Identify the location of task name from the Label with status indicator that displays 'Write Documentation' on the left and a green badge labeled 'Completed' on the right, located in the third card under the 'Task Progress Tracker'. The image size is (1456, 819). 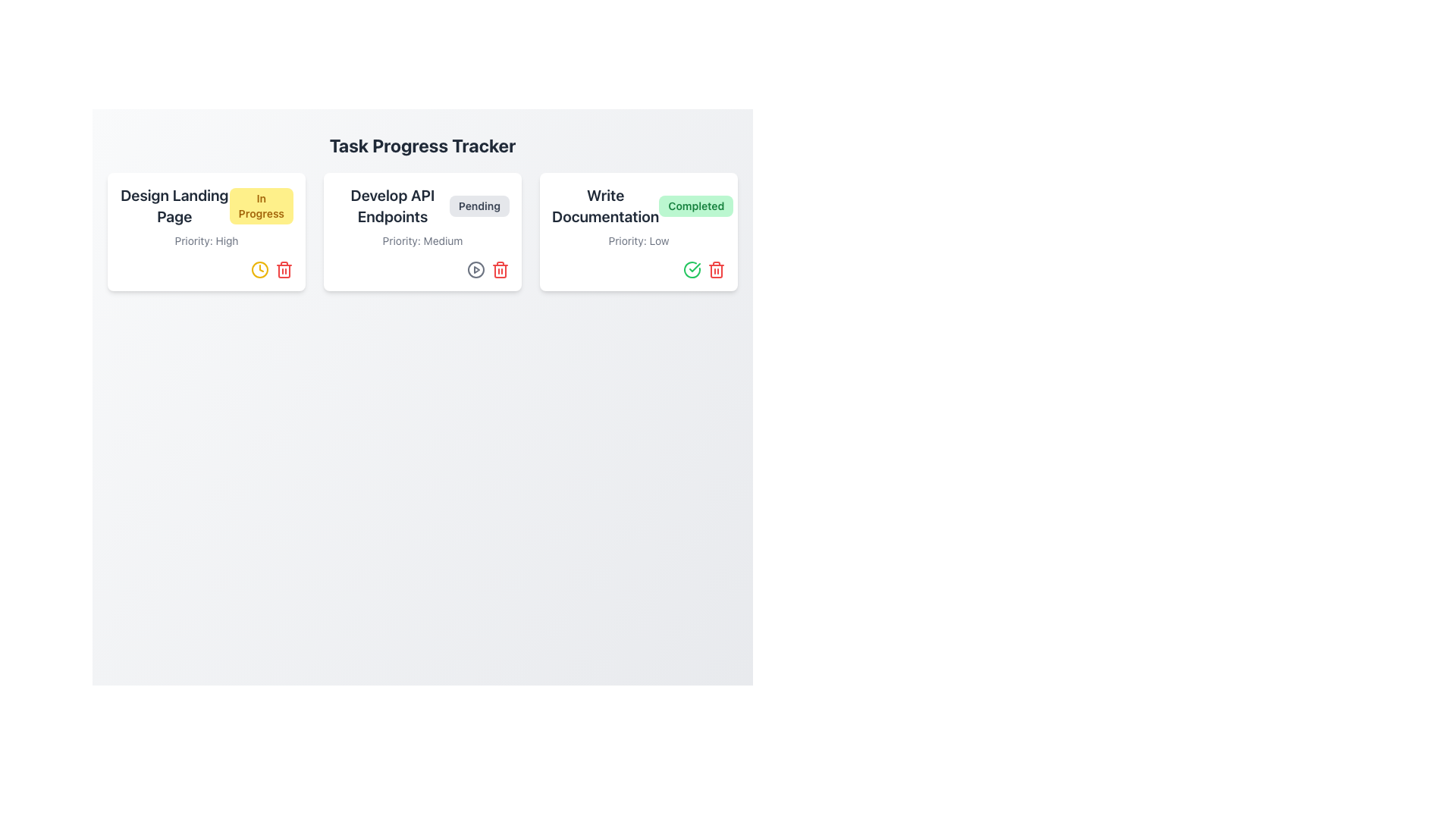
(639, 206).